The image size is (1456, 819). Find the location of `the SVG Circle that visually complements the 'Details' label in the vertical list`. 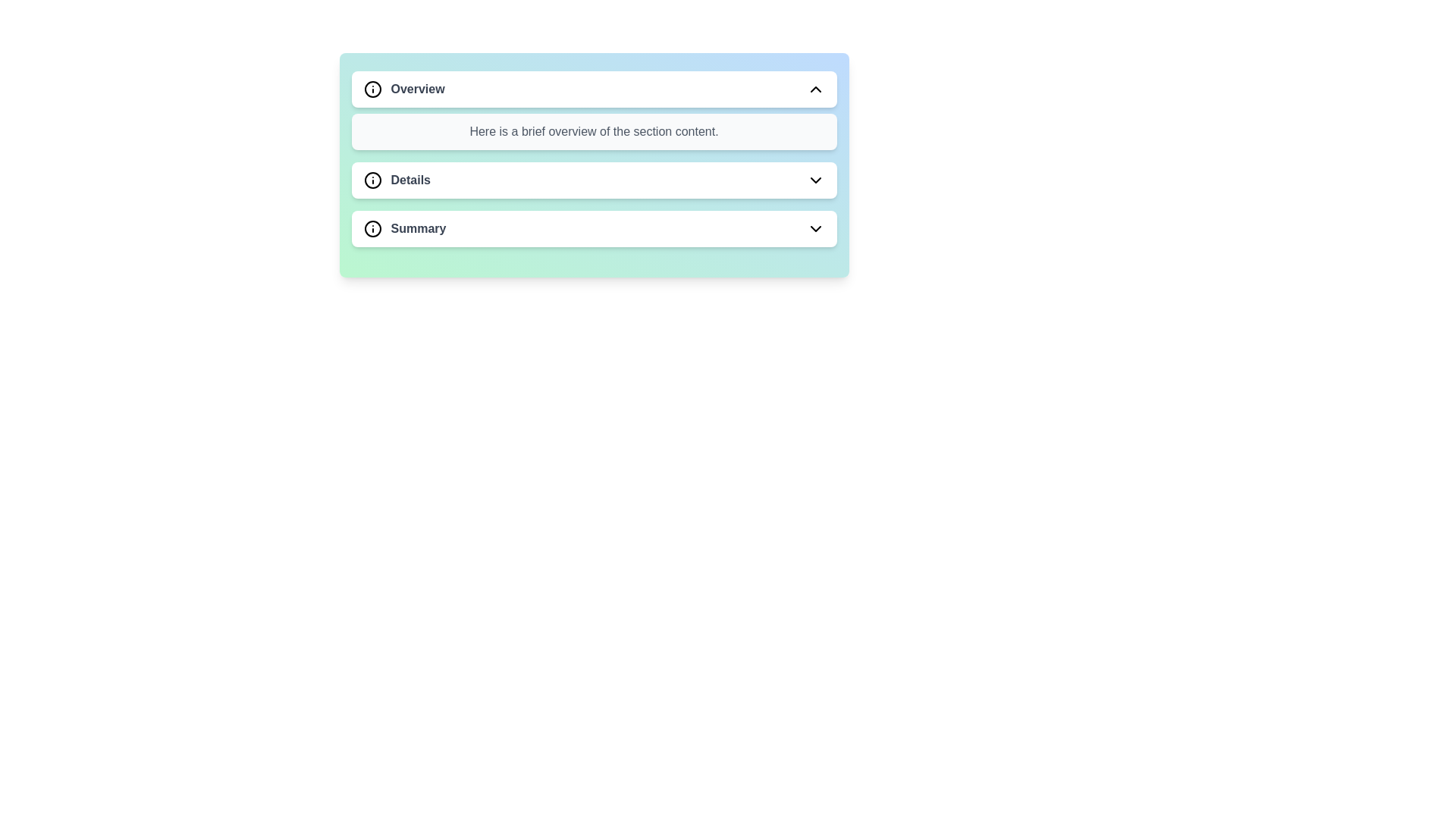

the SVG Circle that visually complements the 'Details' label in the vertical list is located at coordinates (372, 180).